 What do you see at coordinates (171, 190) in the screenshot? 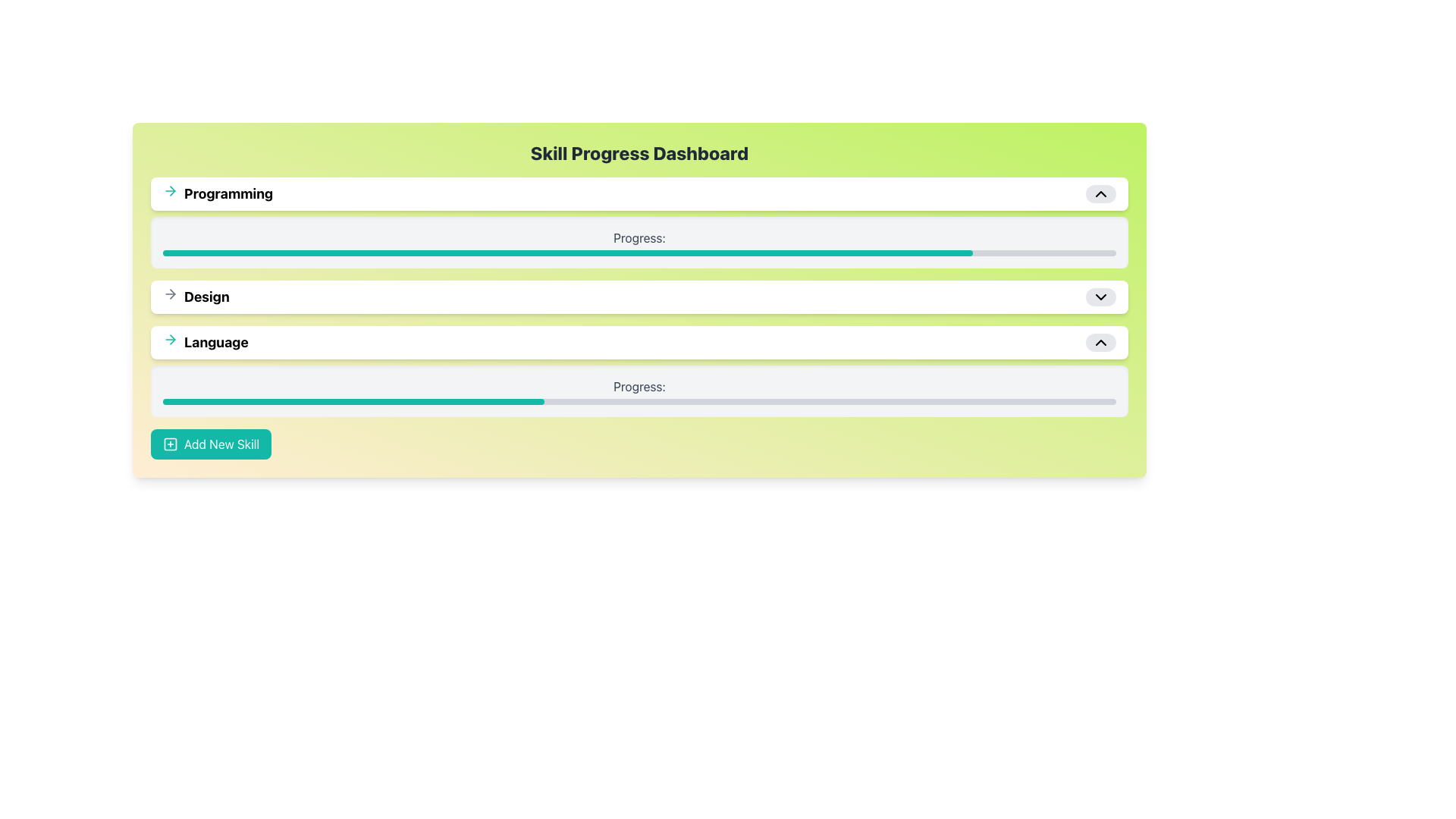
I see `the rightward-pointing teal arrow icon located to the left of the 'Programming' text in the header of the 'Programming' module in the 'Skill Progress Dashboard'` at bounding box center [171, 190].